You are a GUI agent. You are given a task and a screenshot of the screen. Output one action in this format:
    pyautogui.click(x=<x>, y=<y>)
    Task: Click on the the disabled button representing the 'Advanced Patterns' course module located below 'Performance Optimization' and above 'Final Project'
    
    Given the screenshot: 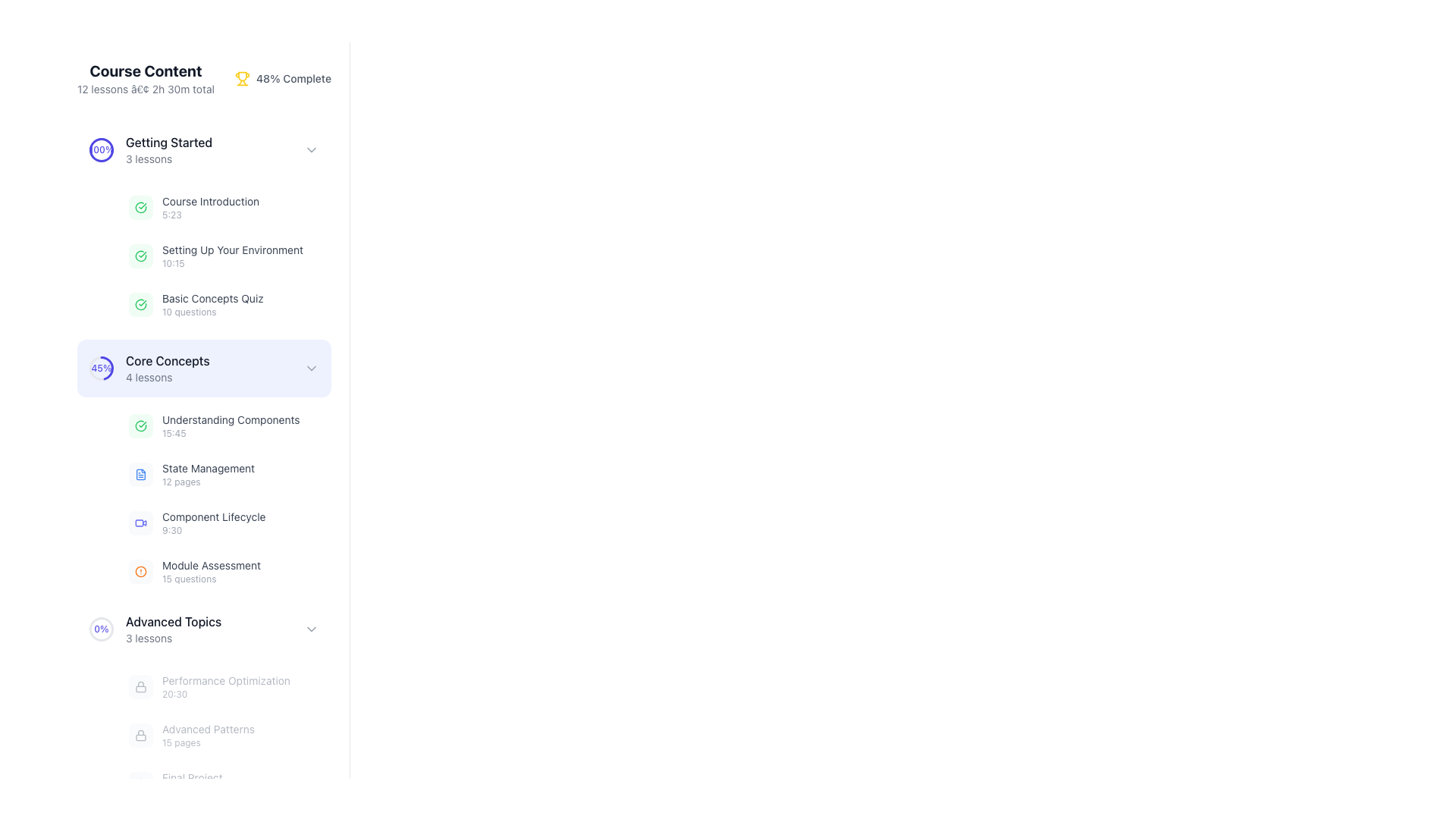 What is the action you would take?
    pyautogui.click(x=224, y=734)
    